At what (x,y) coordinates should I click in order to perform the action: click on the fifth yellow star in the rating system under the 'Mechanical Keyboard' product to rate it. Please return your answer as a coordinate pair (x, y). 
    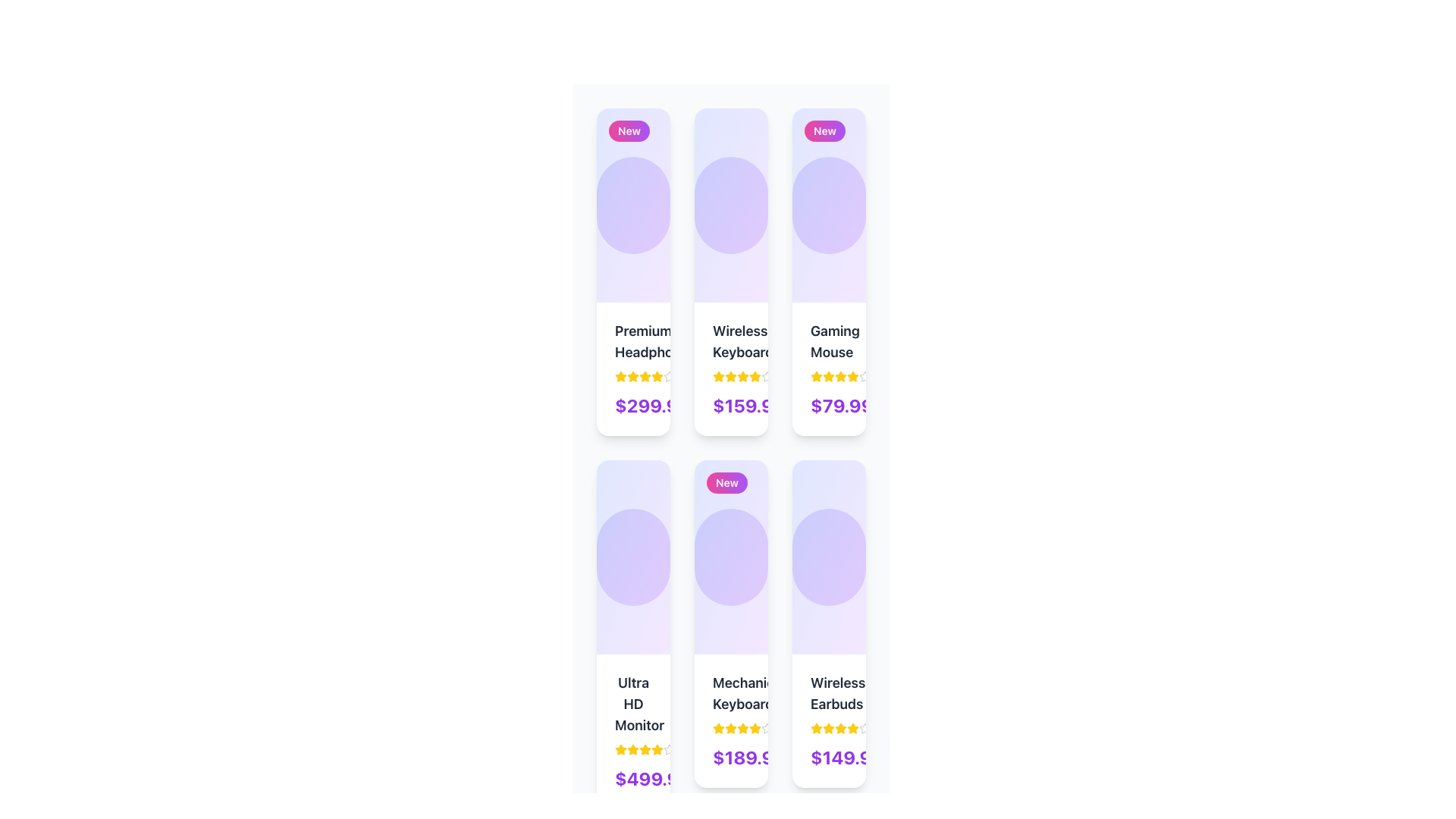
    Looking at the image, I should click on (755, 727).